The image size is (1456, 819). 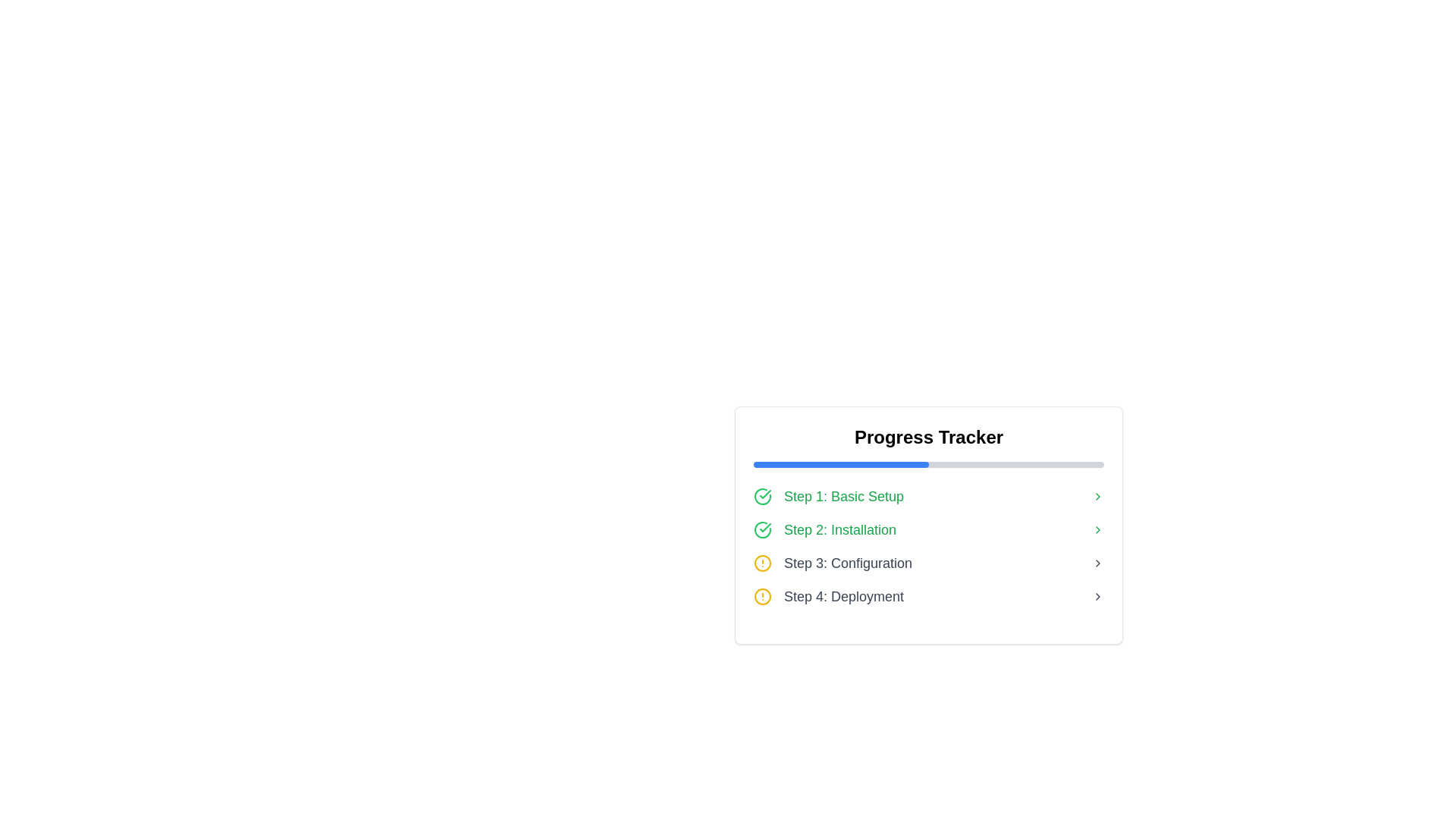 What do you see at coordinates (927, 464) in the screenshot?
I see `the Progress Bar located below the 'Progress Tracker' heading within the card layout, which visually indicates that half of the total steps have been completed` at bounding box center [927, 464].